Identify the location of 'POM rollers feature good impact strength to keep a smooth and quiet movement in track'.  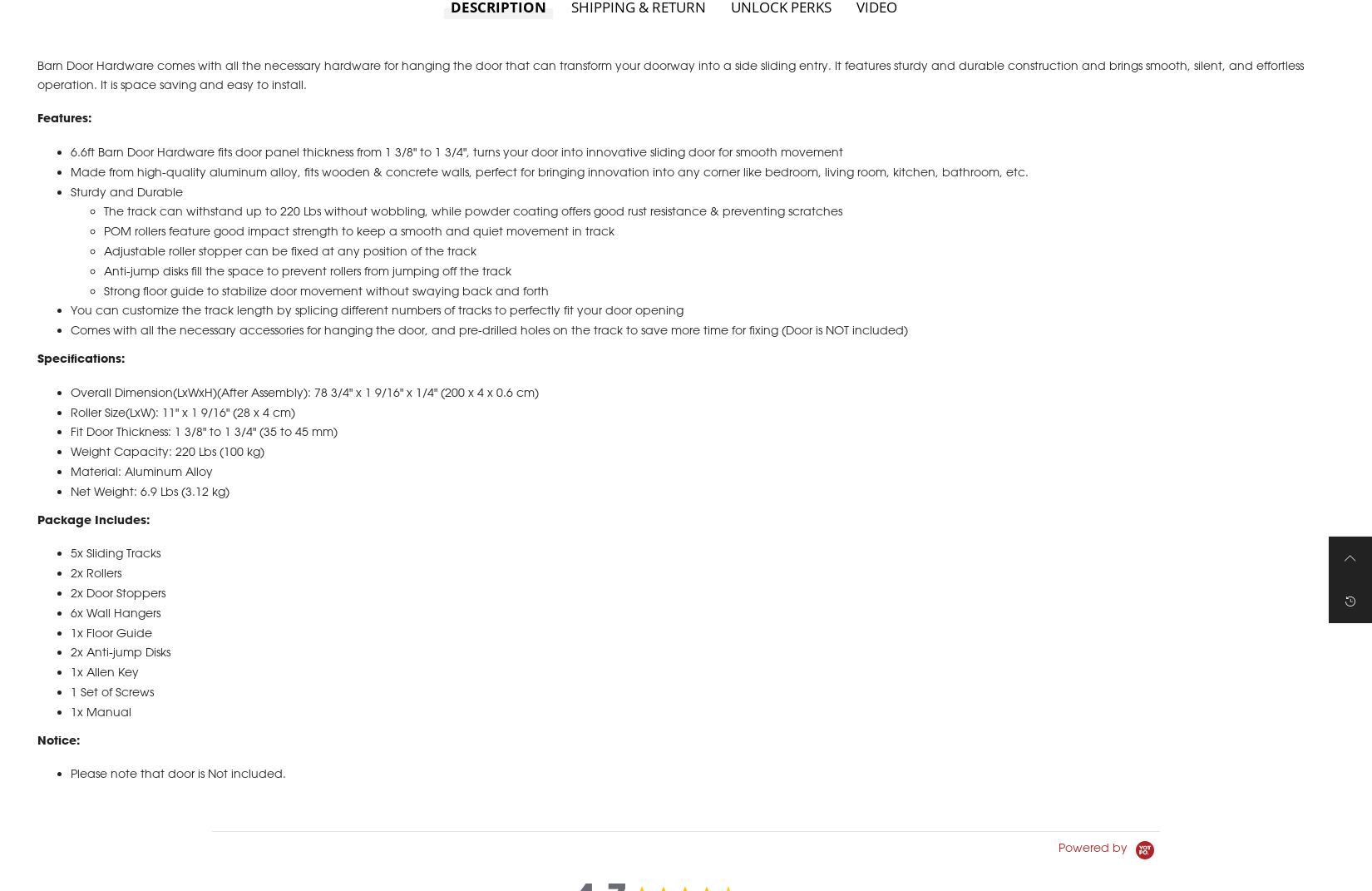
(358, 249).